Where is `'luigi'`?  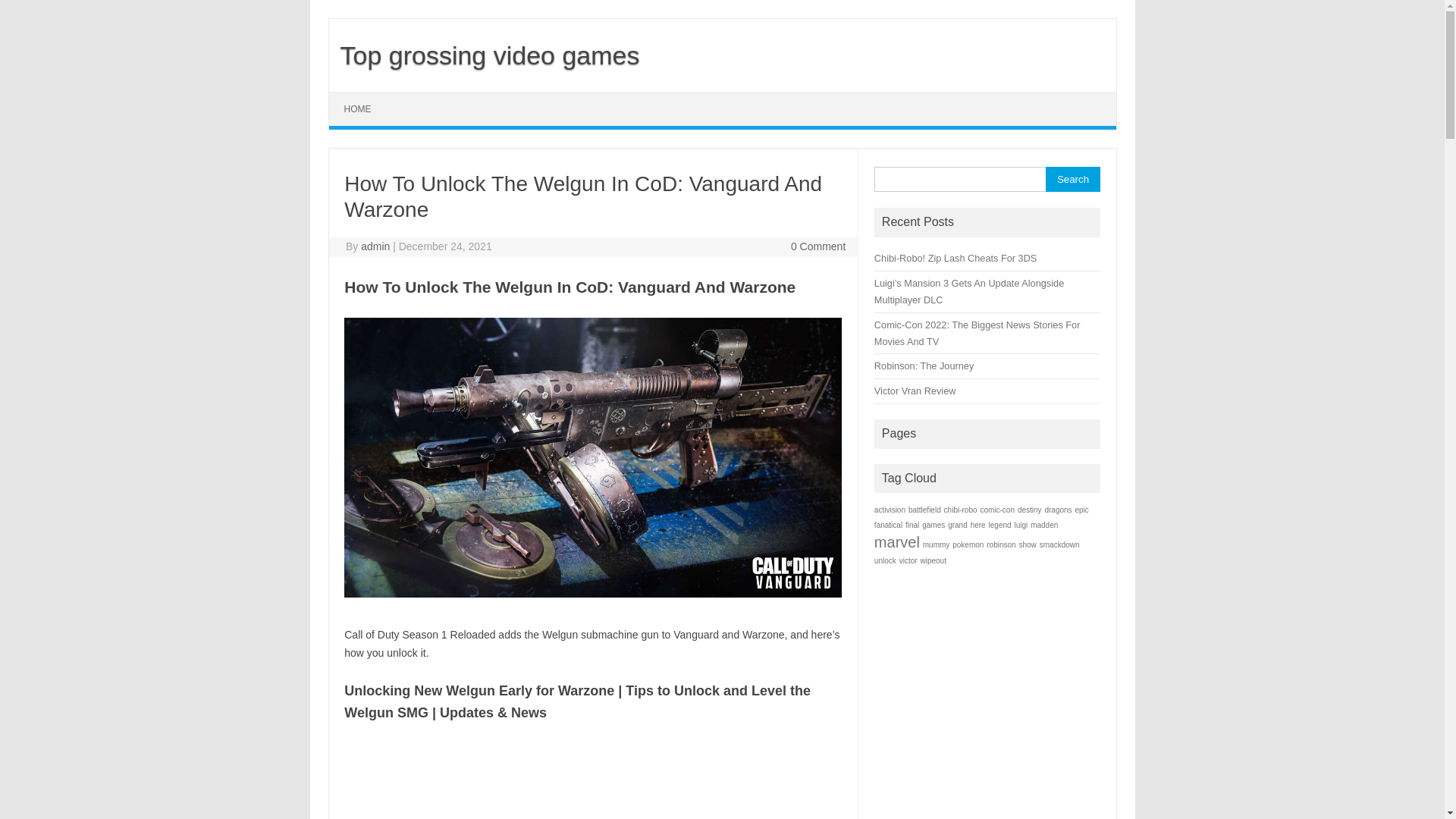
'luigi' is located at coordinates (1014, 524).